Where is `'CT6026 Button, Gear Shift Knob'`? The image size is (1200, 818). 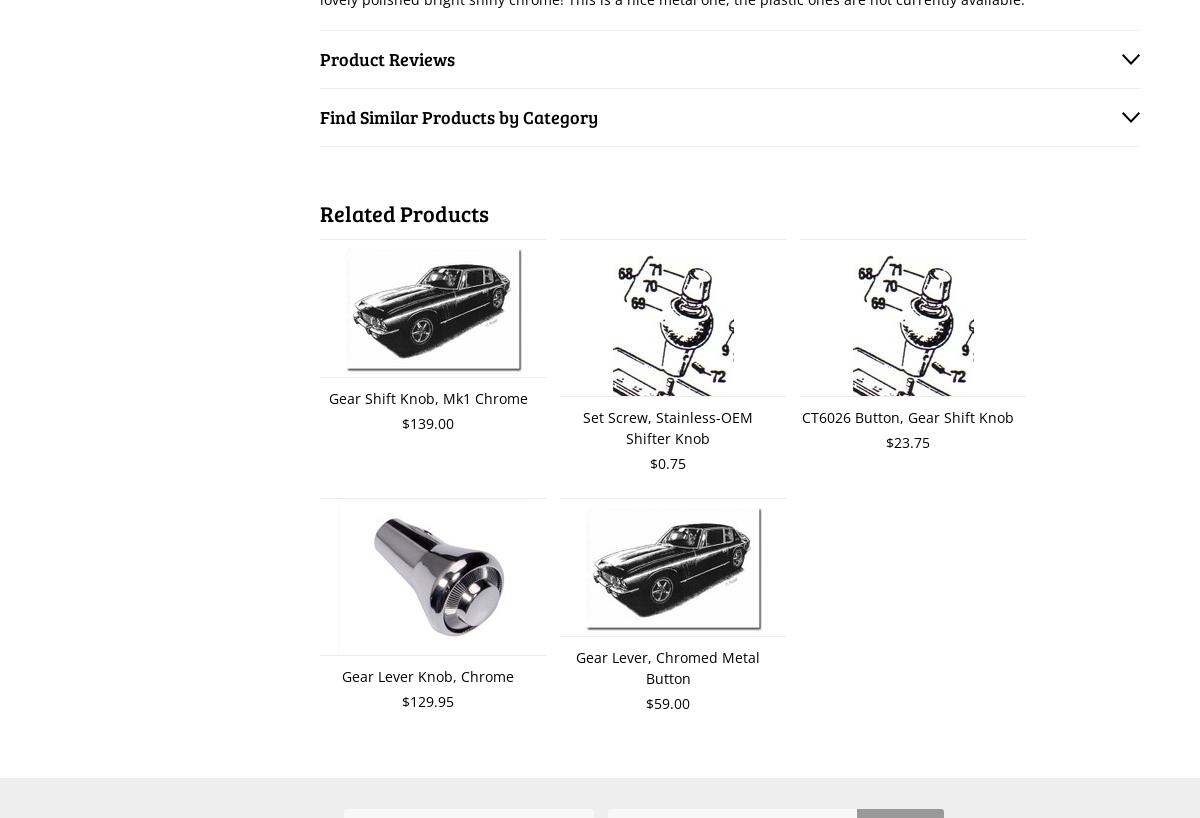 'CT6026 Button, Gear Shift Knob' is located at coordinates (908, 416).